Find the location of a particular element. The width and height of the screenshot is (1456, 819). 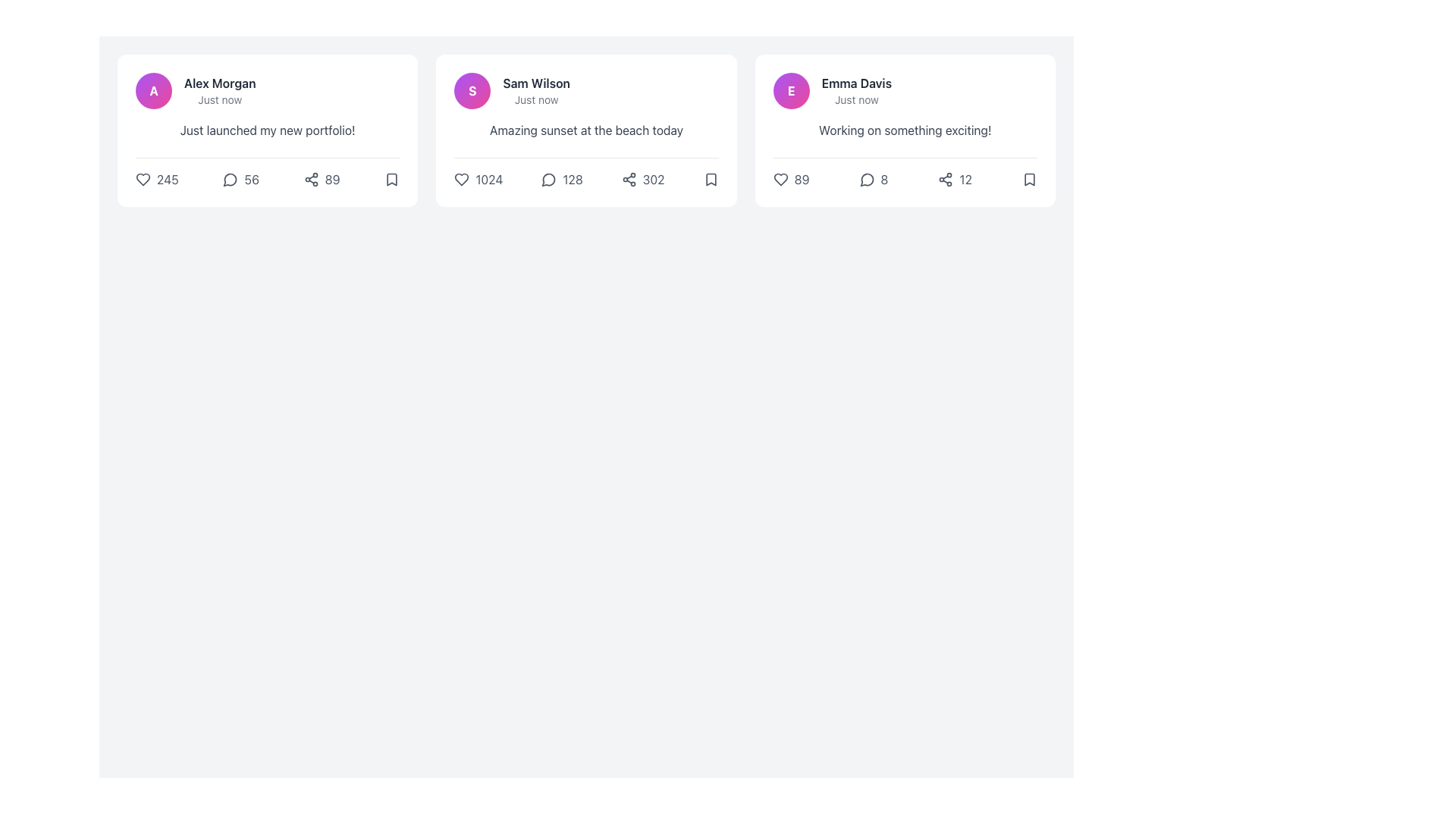

the heart icon and text button labeled '245' in the bottom section of the first card to like the content is located at coordinates (157, 178).